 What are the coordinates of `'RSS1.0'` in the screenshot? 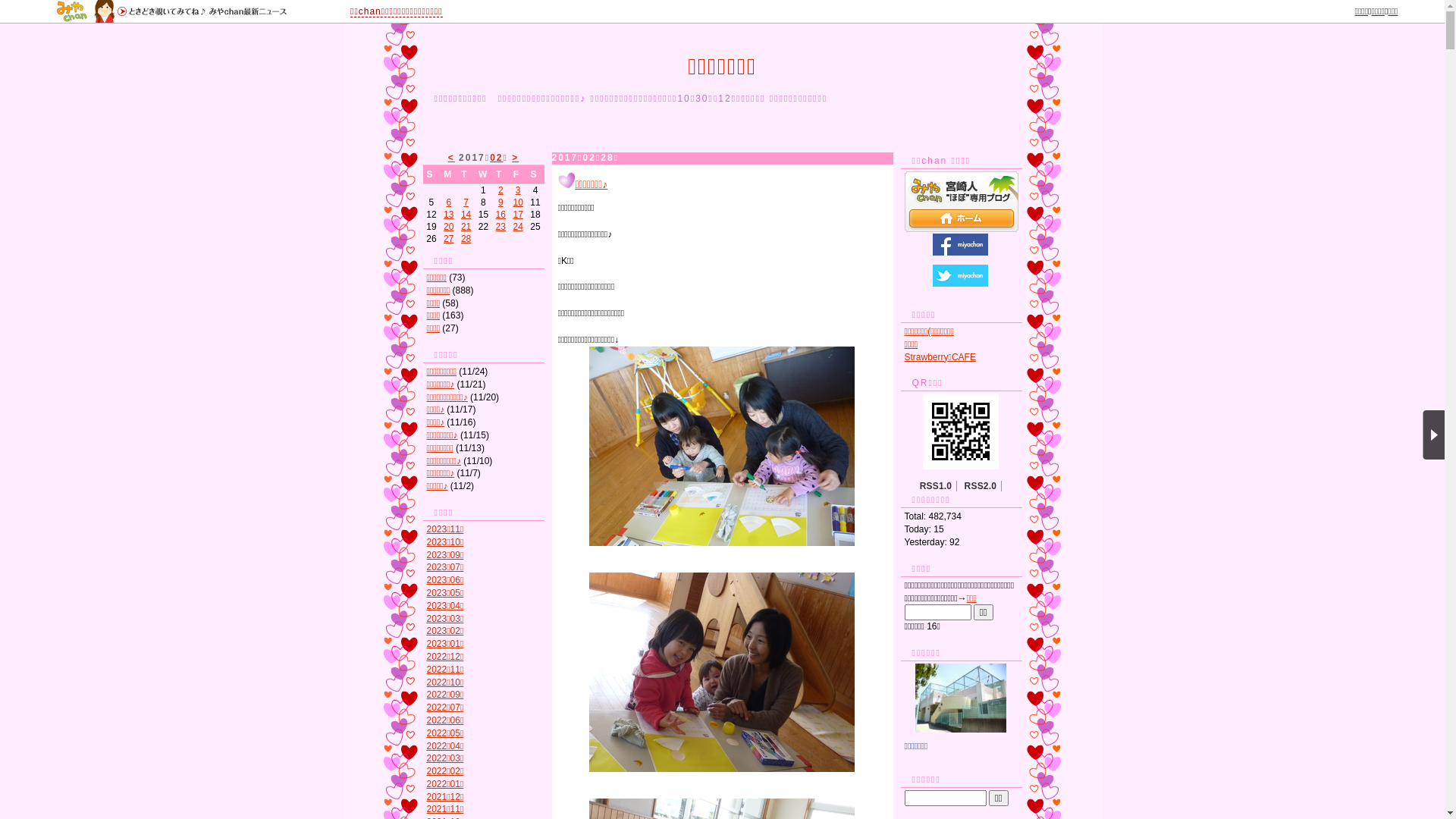 It's located at (935, 485).